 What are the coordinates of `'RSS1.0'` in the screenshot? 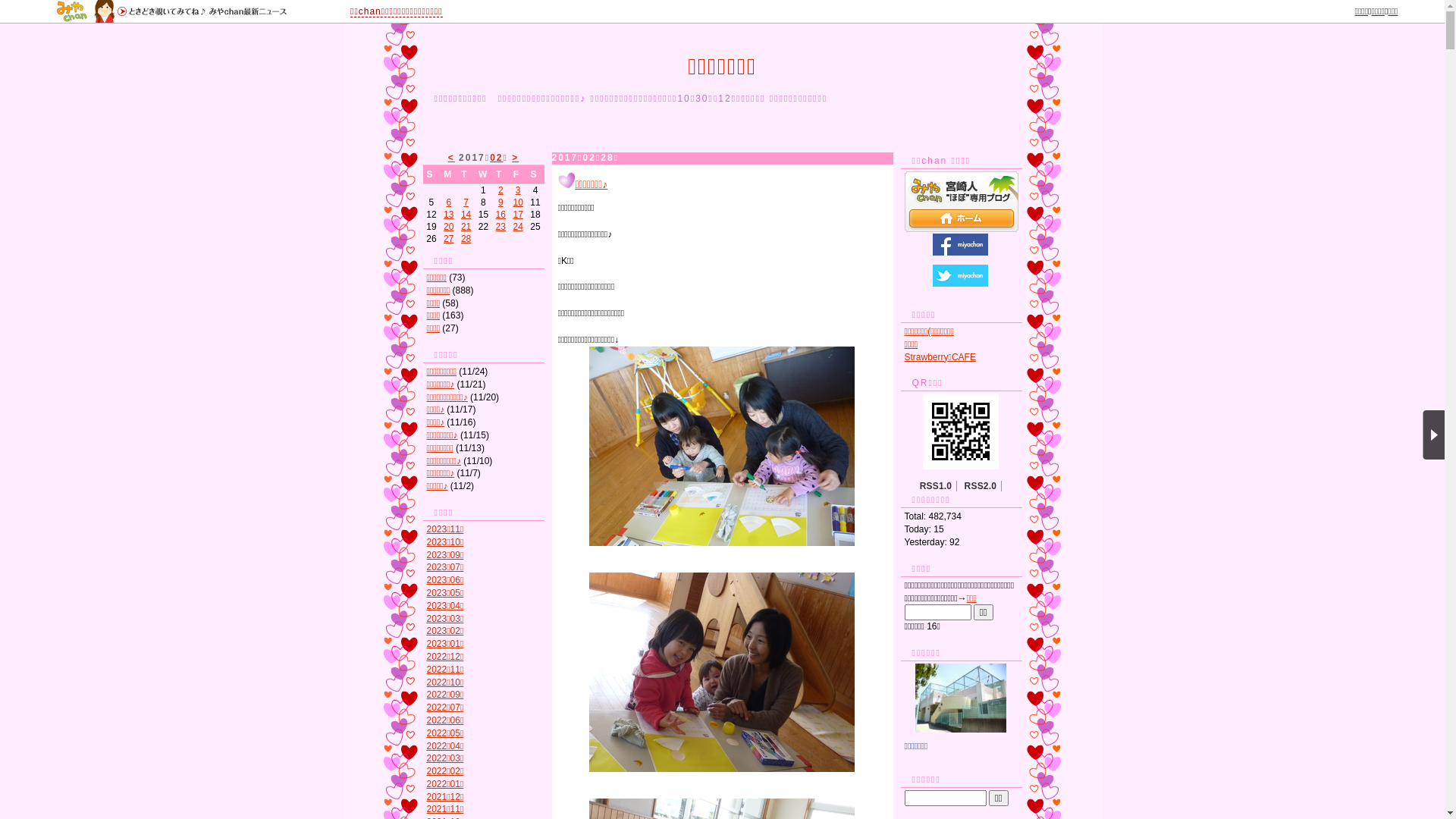 It's located at (935, 485).